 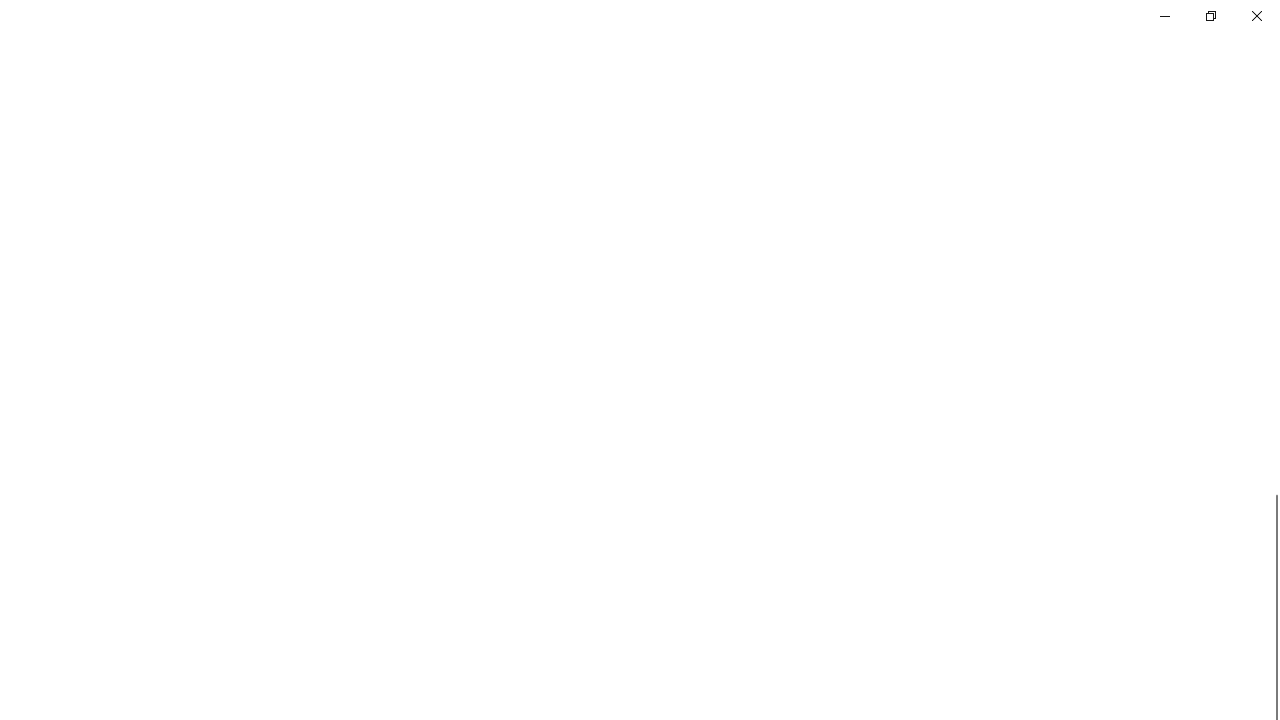 I want to click on 'Restore Settings', so click(x=1209, y=15).